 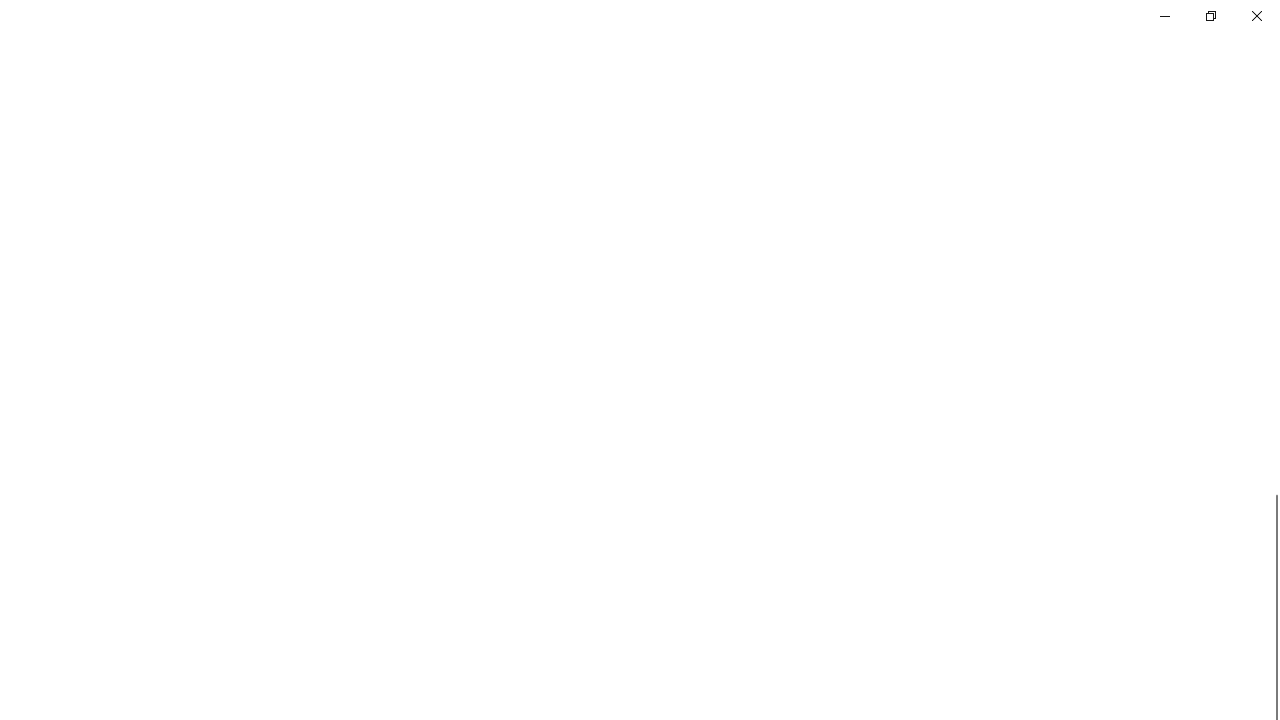 I want to click on 'Restore Settings', so click(x=1209, y=15).